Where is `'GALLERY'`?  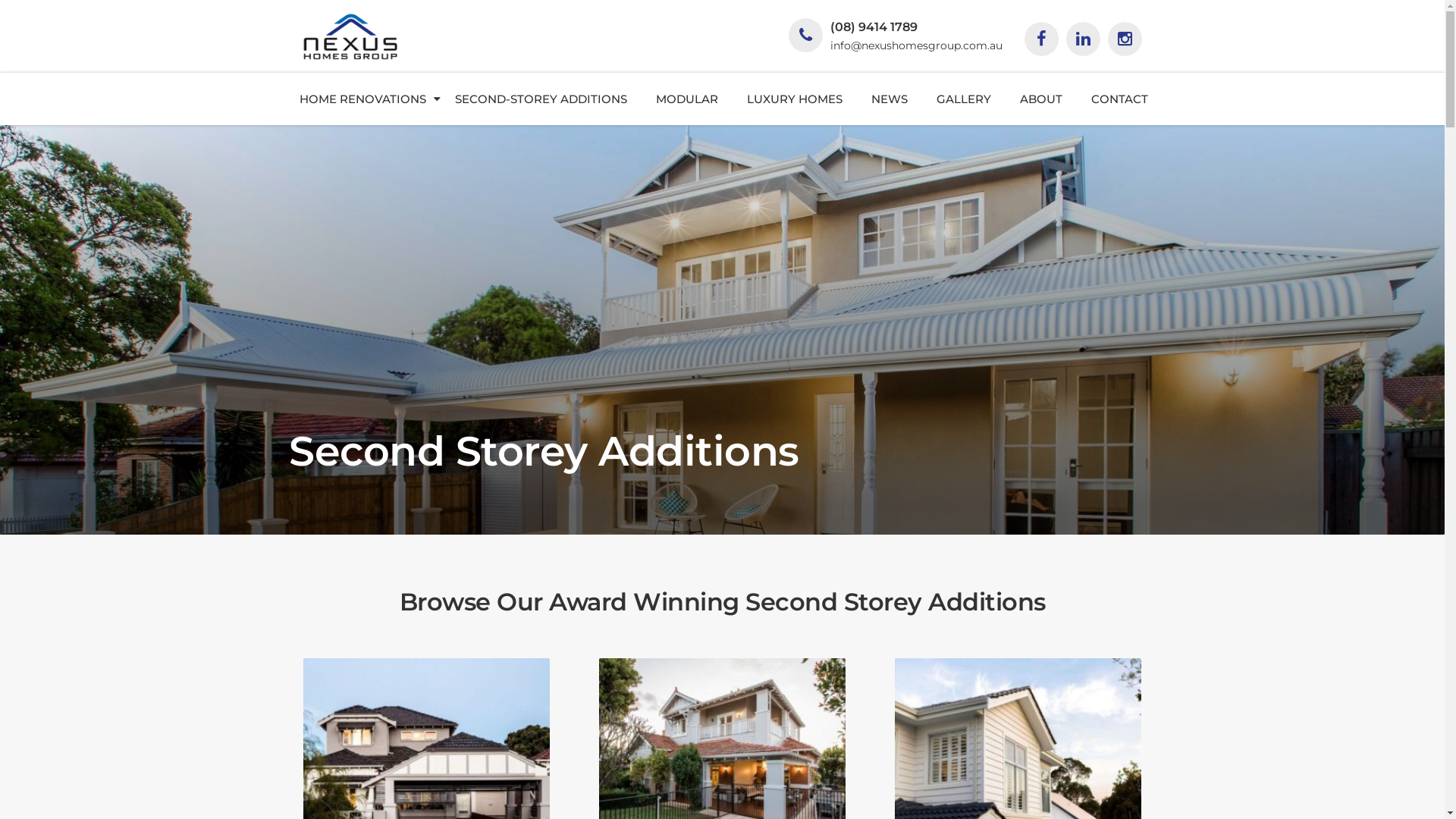
'GALLERY' is located at coordinates (963, 99).